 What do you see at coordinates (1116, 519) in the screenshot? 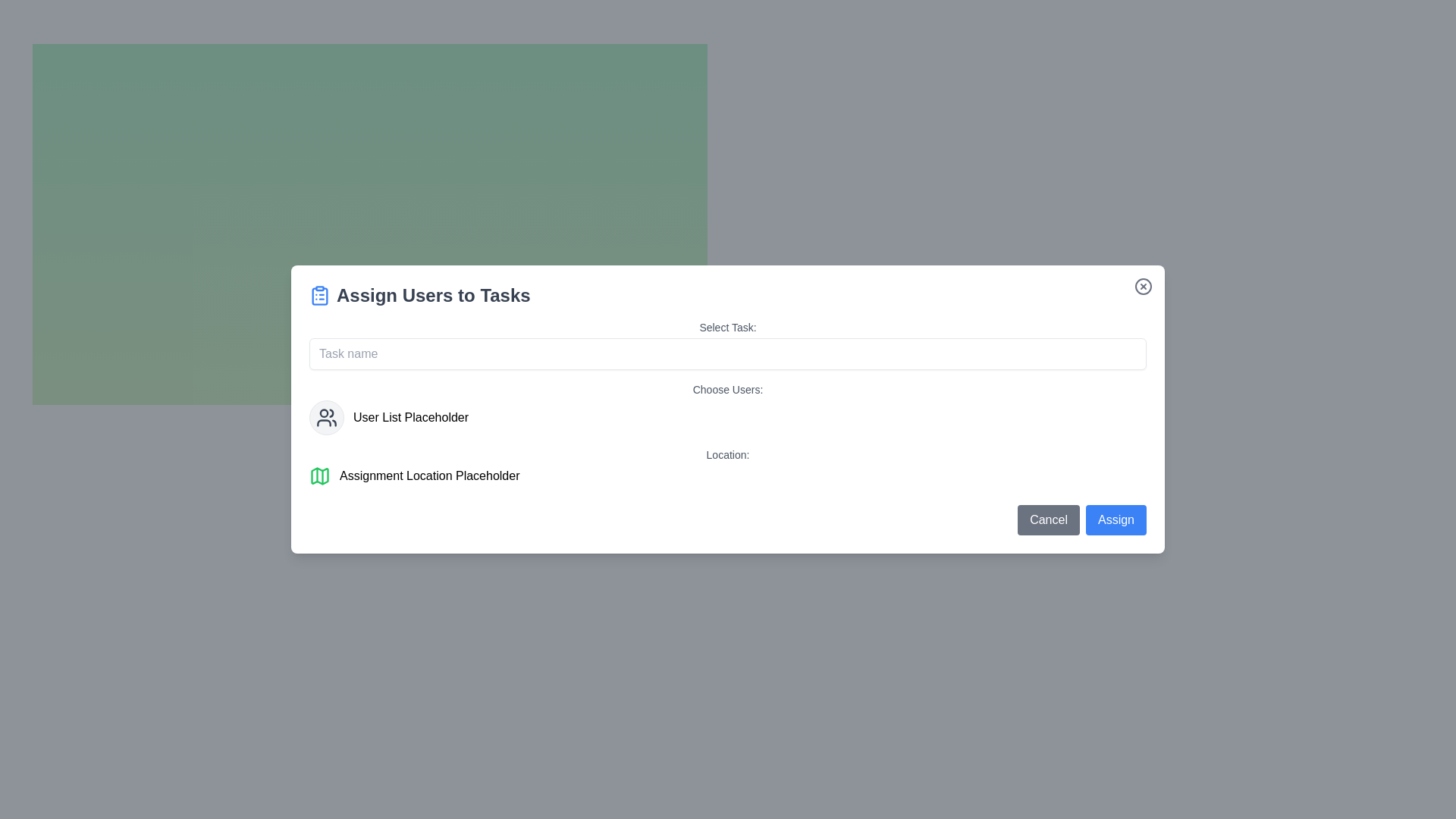
I see `the 'Assign' button, which is a rectangular button with rounded corners and a blue background, located` at bounding box center [1116, 519].